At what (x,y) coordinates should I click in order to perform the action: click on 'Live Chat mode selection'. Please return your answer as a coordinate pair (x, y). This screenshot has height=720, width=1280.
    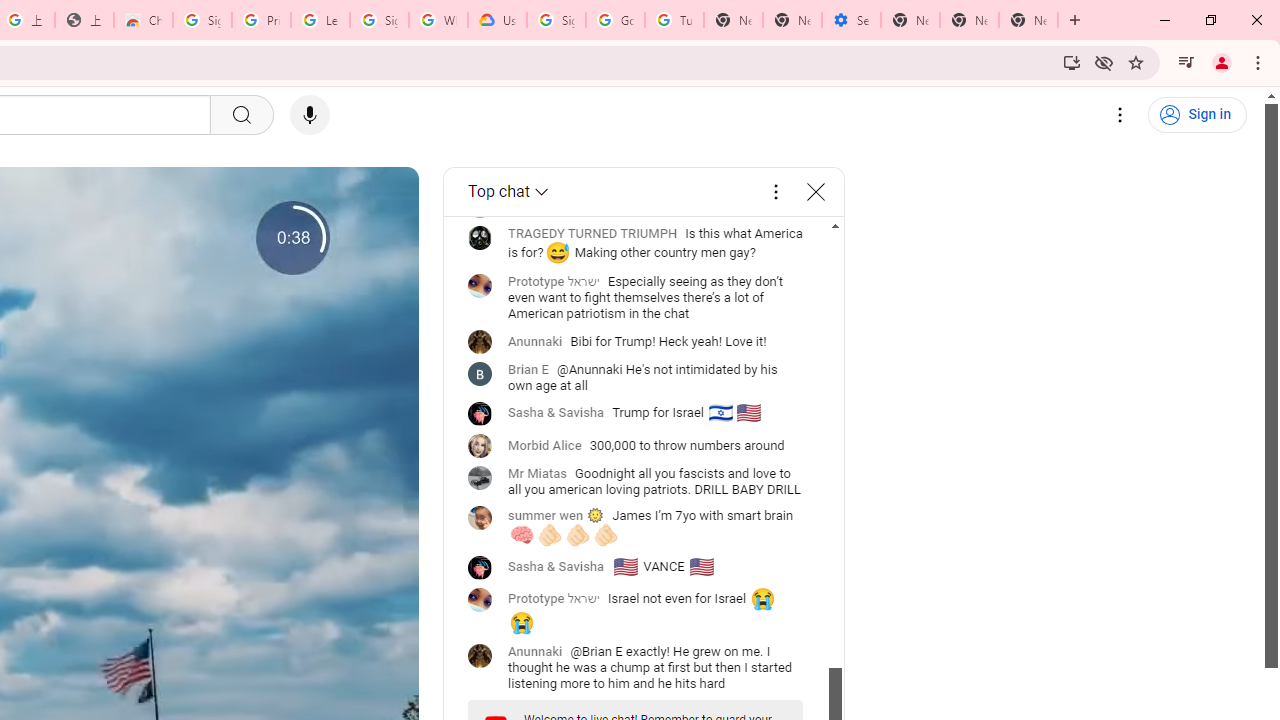
    Looking at the image, I should click on (510, 191).